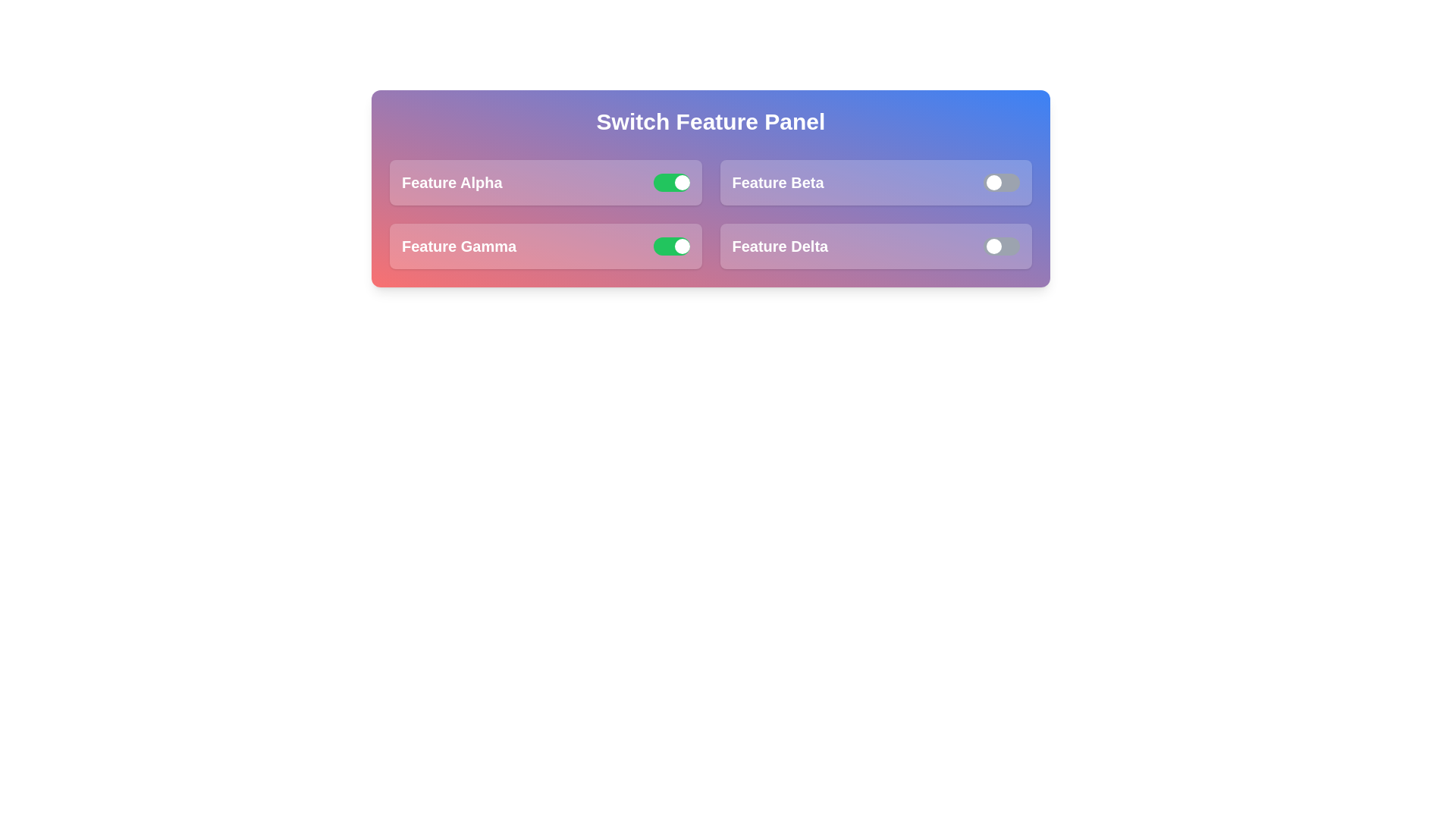  What do you see at coordinates (670, 245) in the screenshot?
I see `the switch for Feature Gamma` at bounding box center [670, 245].